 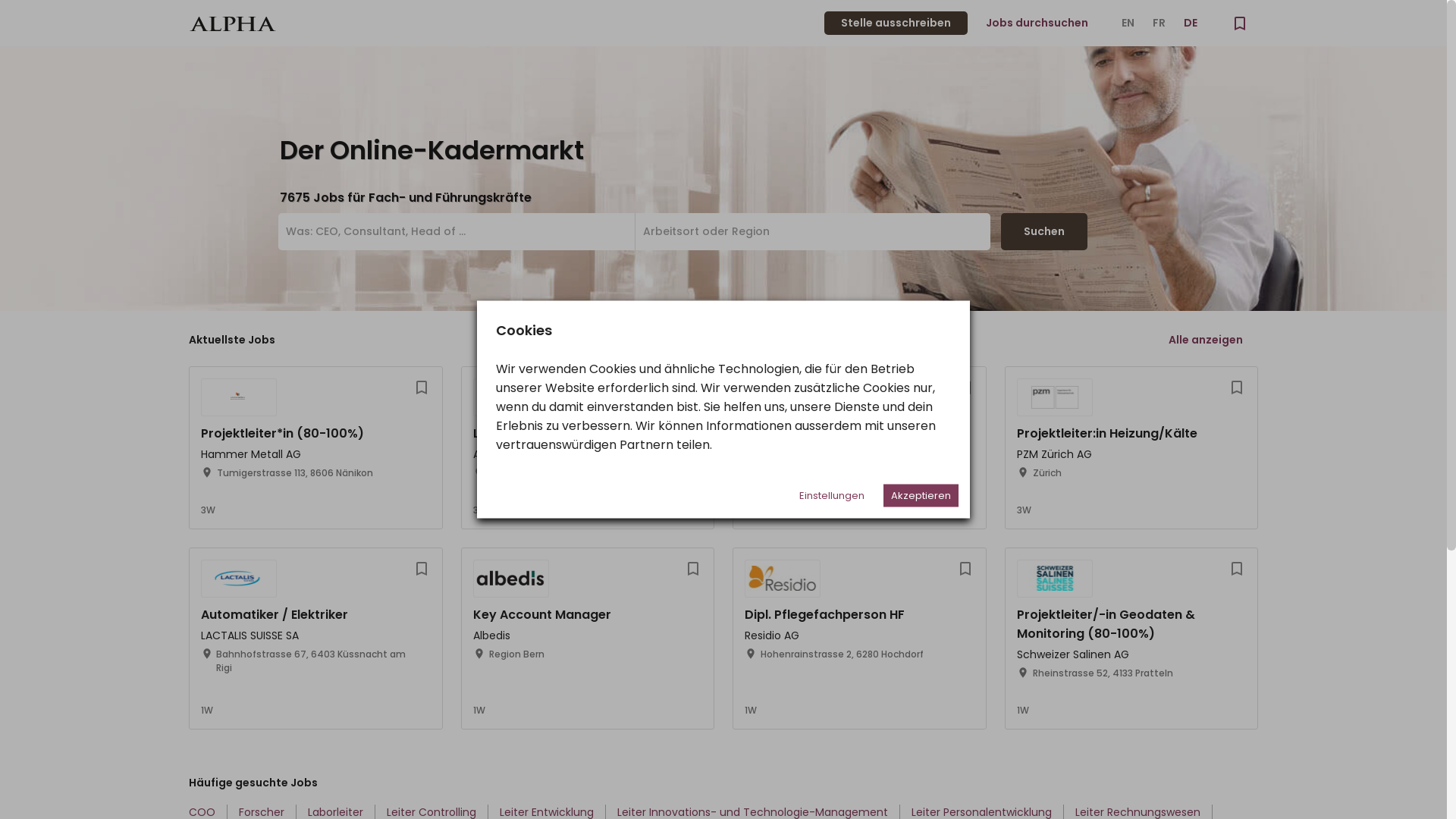 What do you see at coordinates (920, 494) in the screenshot?
I see `'Akzeptieren'` at bounding box center [920, 494].